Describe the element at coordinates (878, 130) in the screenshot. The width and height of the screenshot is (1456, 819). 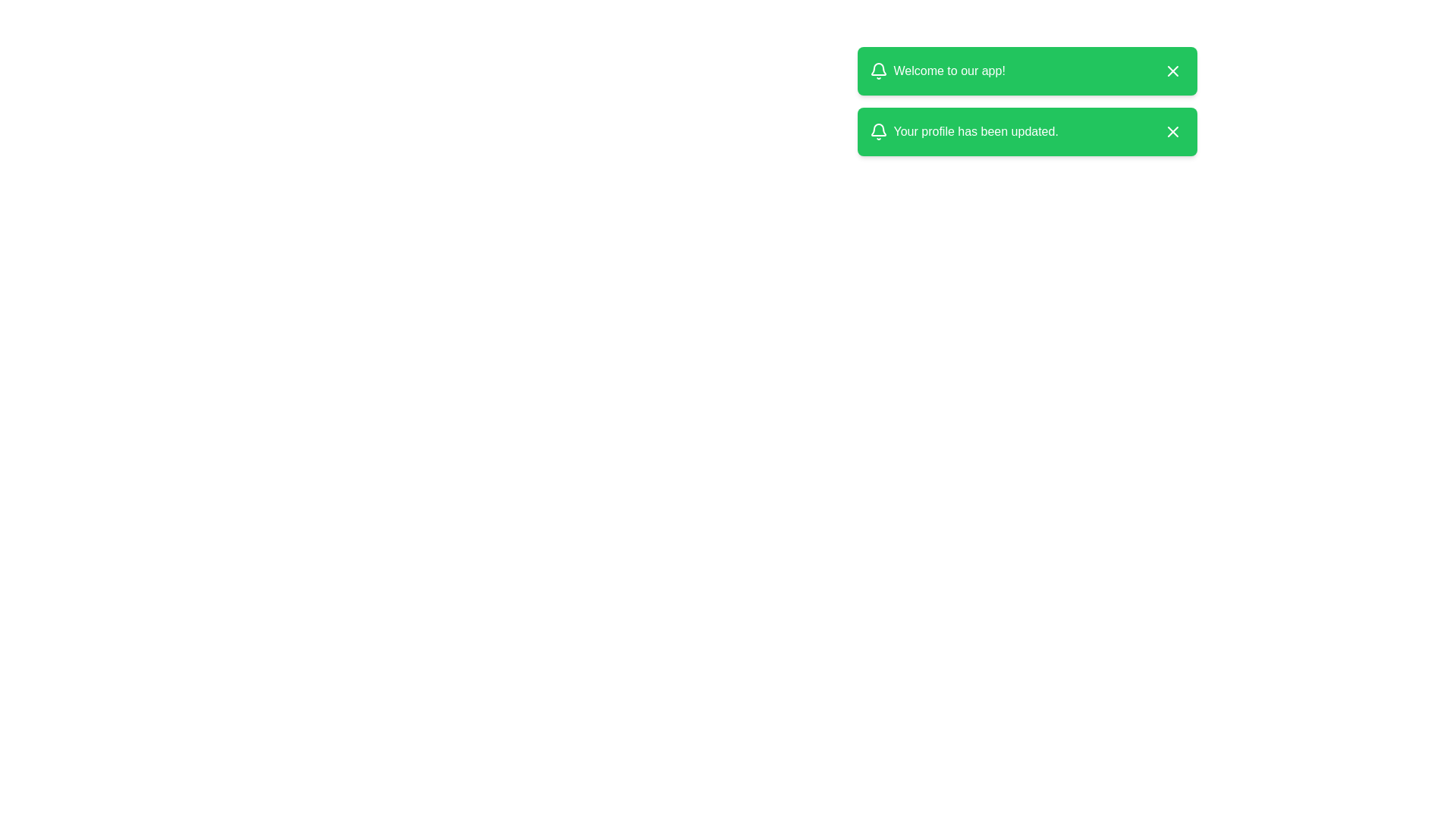
I see `the notification icon located on the second green notification box next to the text 'Your profile has been updated.'` at that location.